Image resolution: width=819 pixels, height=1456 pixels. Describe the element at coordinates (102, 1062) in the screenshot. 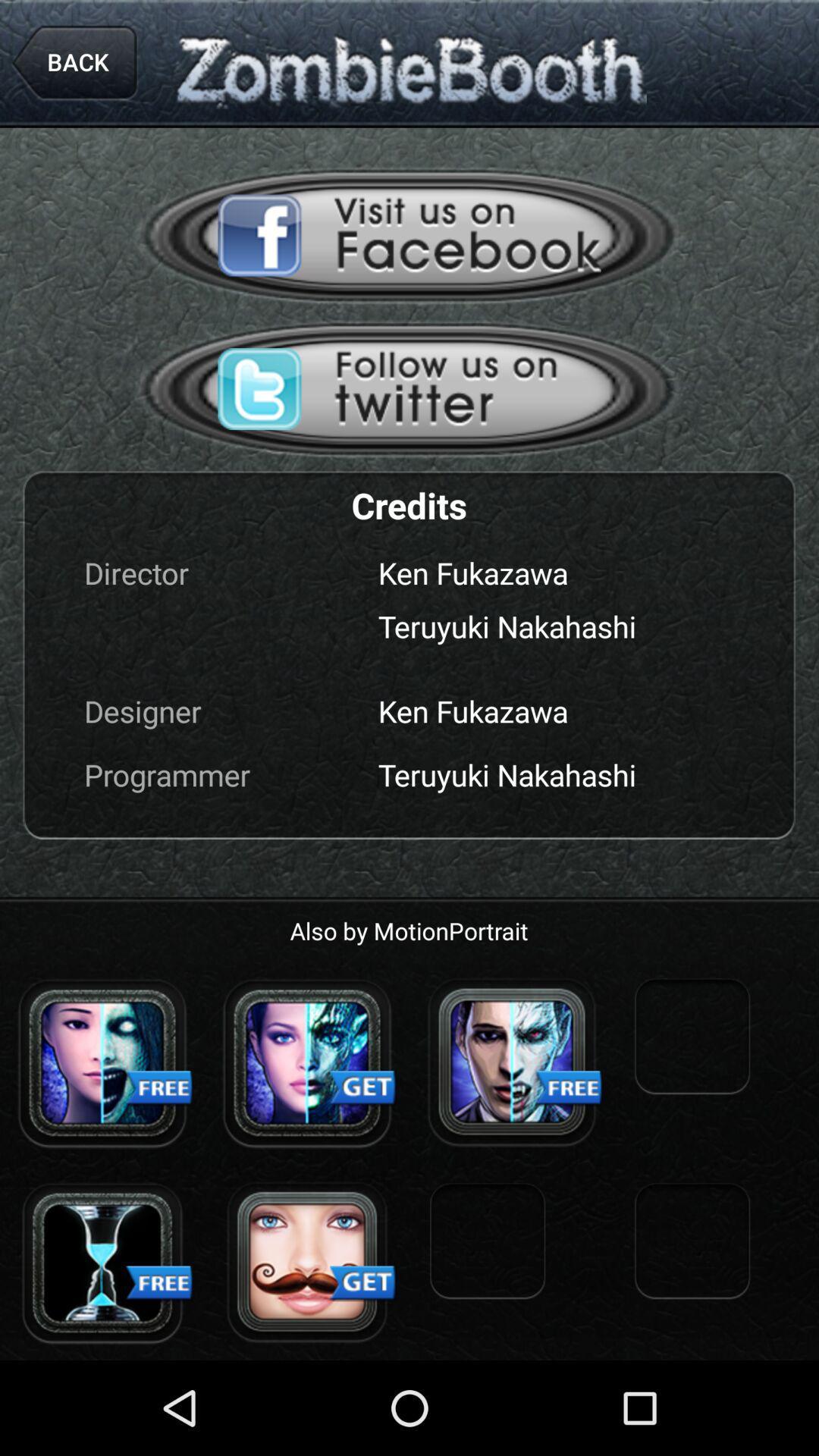

I see `open app details` at that location.